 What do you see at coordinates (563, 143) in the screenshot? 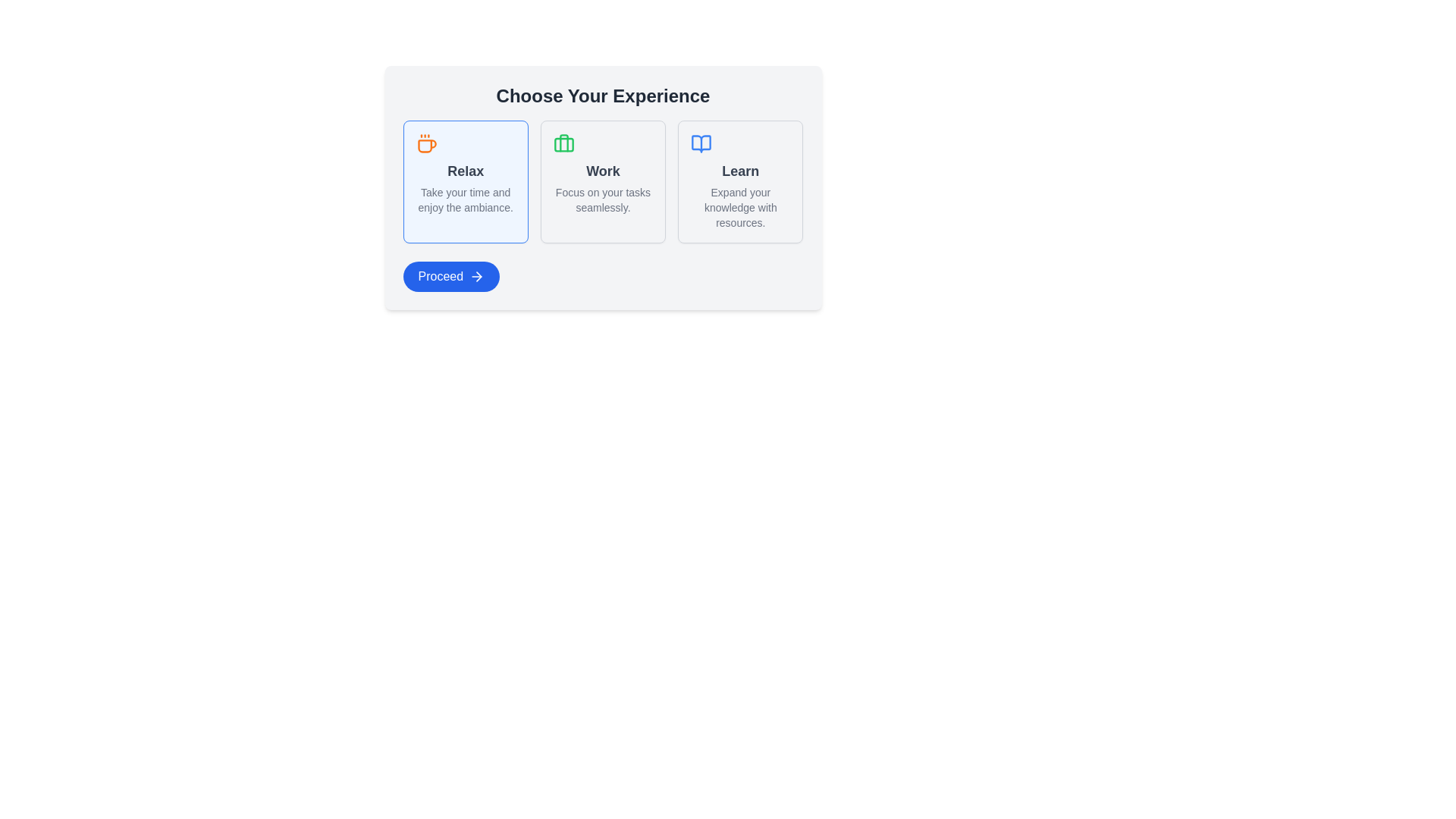
I see `the decorative vertical rectangular bar within the briefcase icon located in the second option from the left under 'Choose Your Experience', specifically on the 'Work' option card` at bounding box center [563, 143].